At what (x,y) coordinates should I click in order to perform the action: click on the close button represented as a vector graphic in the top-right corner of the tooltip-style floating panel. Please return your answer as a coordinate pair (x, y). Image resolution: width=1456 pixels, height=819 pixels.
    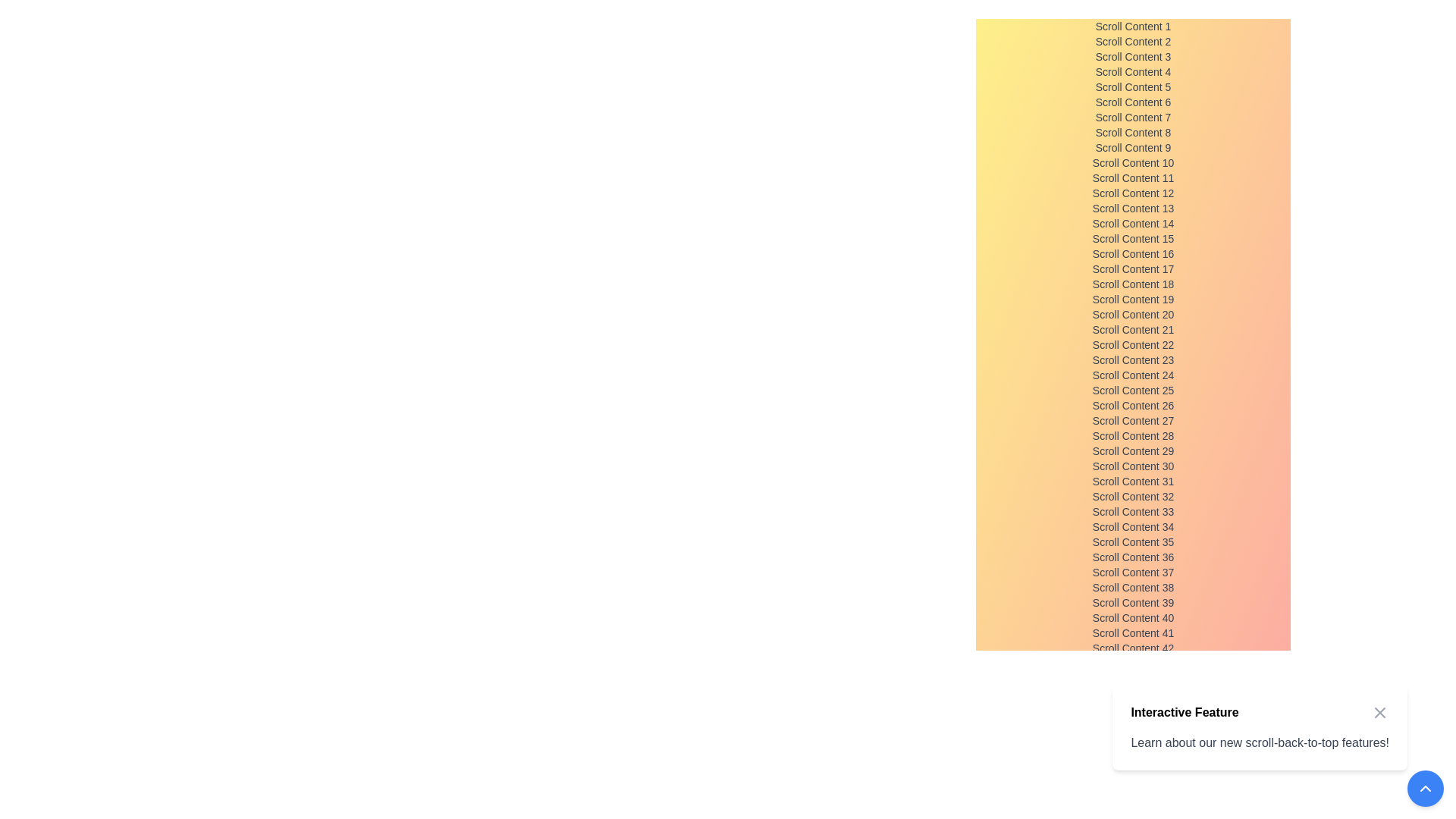
    Looking at the image, I should click on (1379, 713).